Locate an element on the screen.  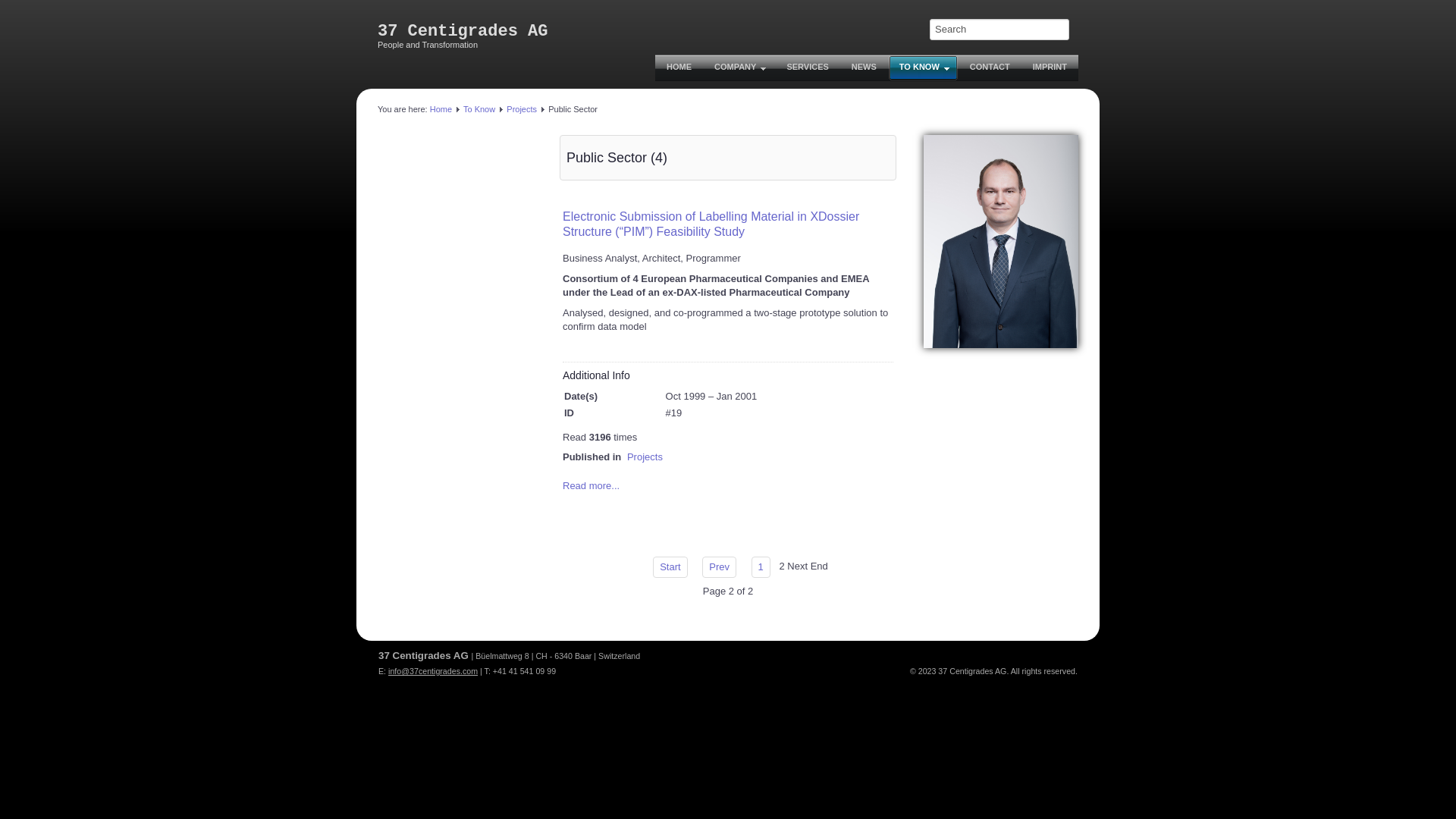
'37 Centigrades AG' is located at coordinates (461, 31).